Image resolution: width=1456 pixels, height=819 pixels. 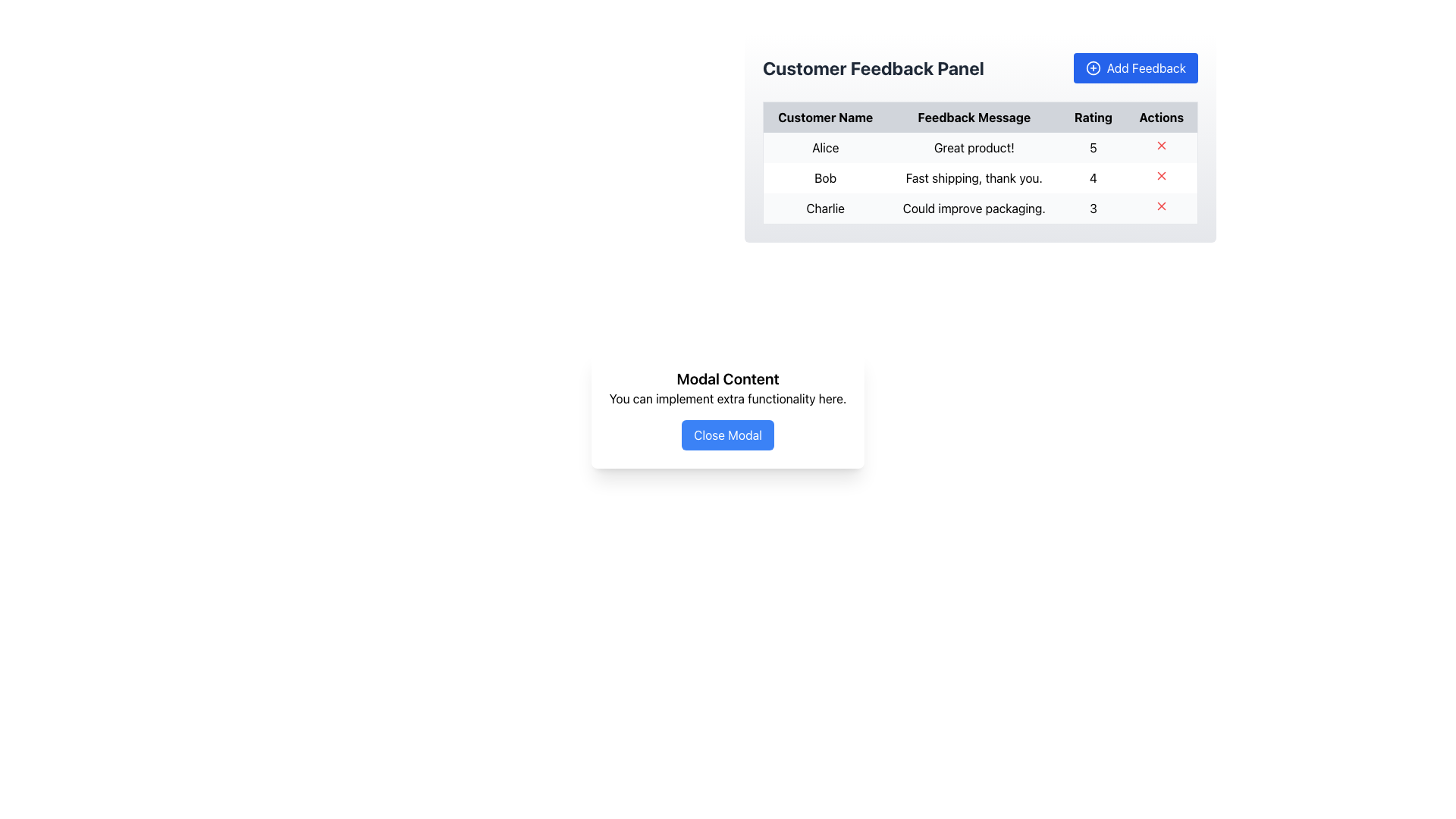 What do you see at coordinates (824, 116) in the screenshot?
I see `the 'Customer Name' column header in the table, which is positioned at the top-left of the header row` at bounding box center [824, 116].